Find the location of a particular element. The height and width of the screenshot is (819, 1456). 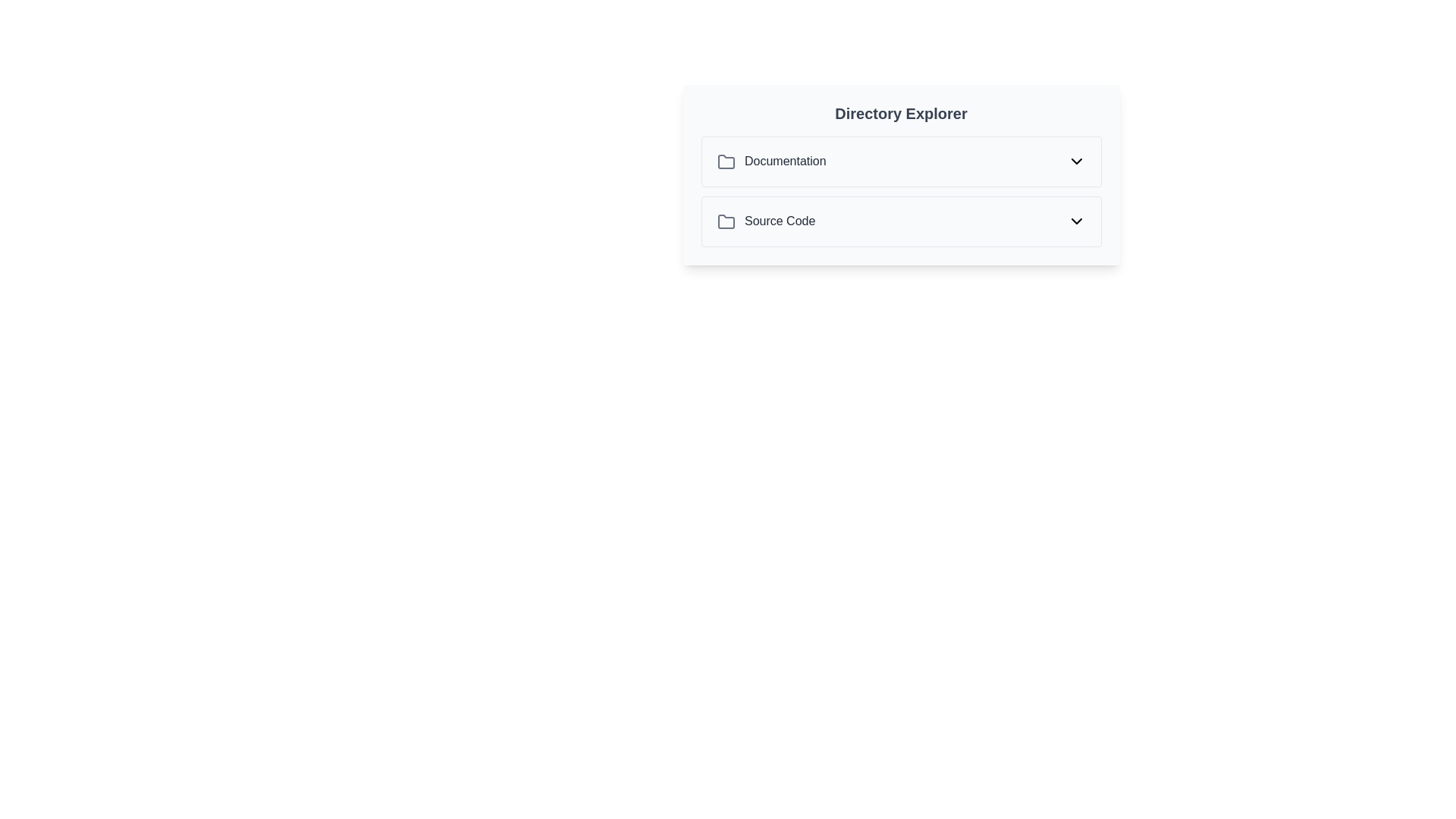

the prominent heading 'Directory Explorer' which is styled in bold, large dark gray font at the top of the centered white rectangular card is located at coordinates (901, 113).